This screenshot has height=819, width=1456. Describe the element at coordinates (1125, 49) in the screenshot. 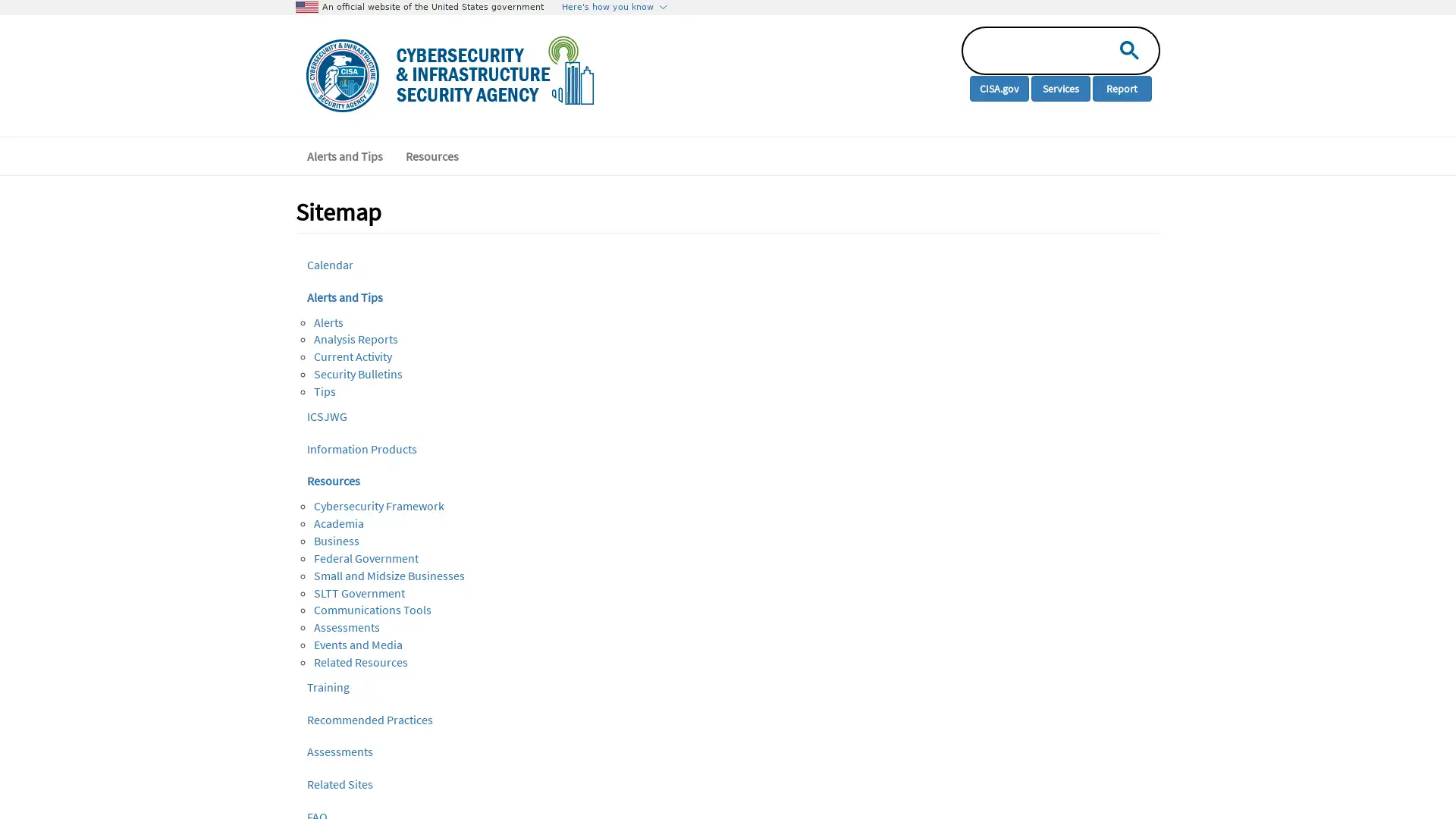

I see `search` at that location.